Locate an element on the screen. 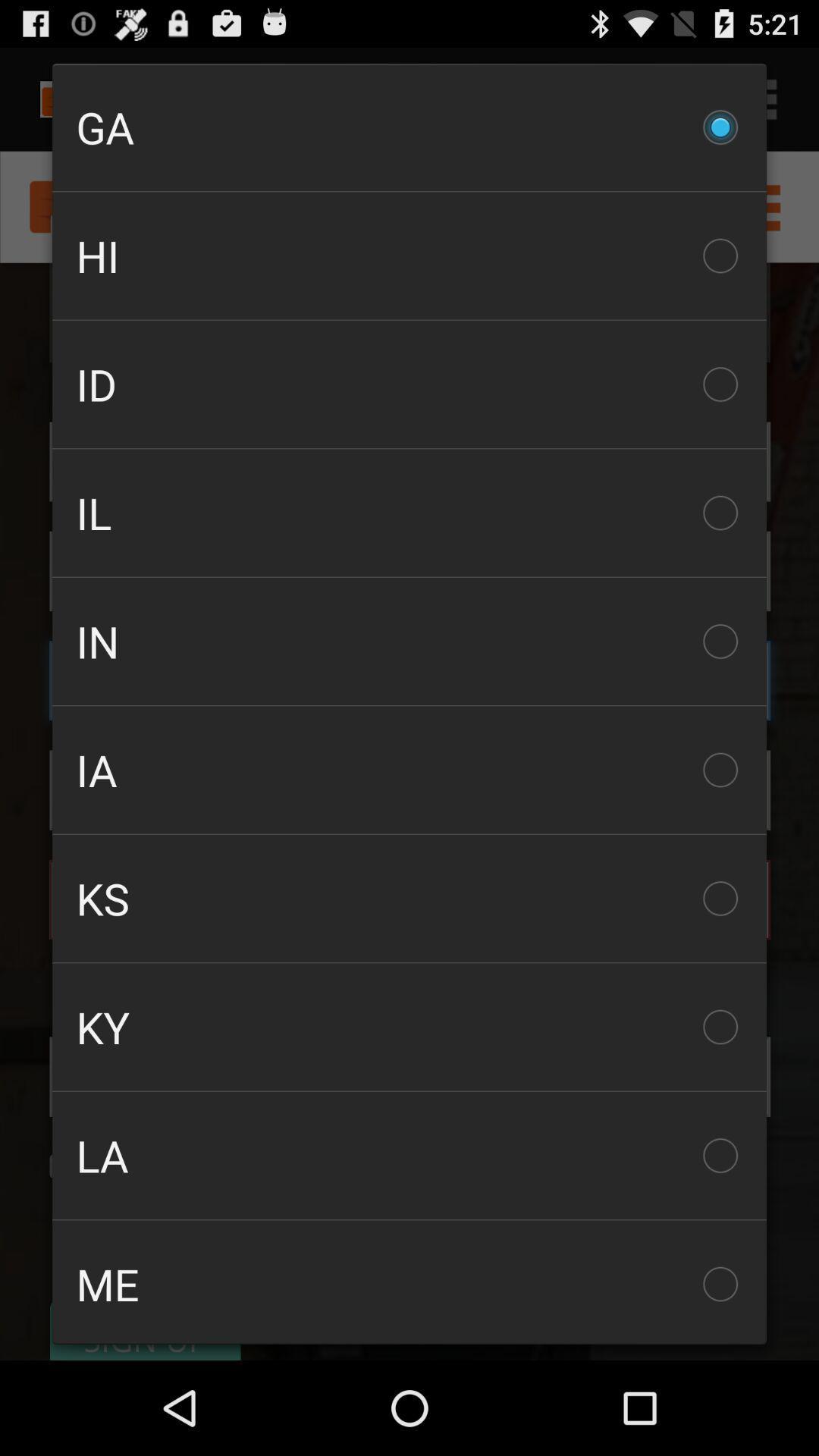 This screenshot has height=1456, width=819. the ga checkbox is located at coordinates (409, 127).